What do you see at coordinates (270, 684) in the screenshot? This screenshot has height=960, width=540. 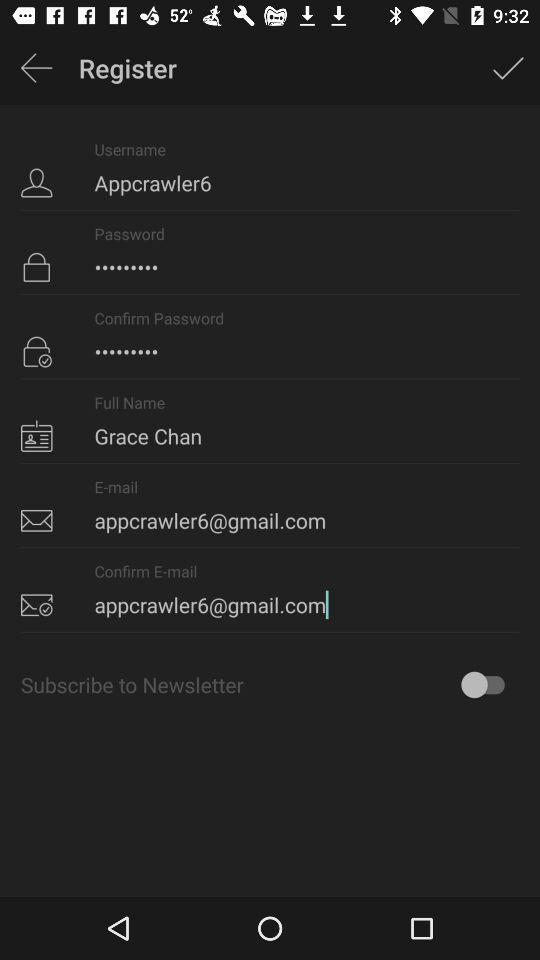 I see `the subscribe to newsletter icon` at bounding box center [270, 684].